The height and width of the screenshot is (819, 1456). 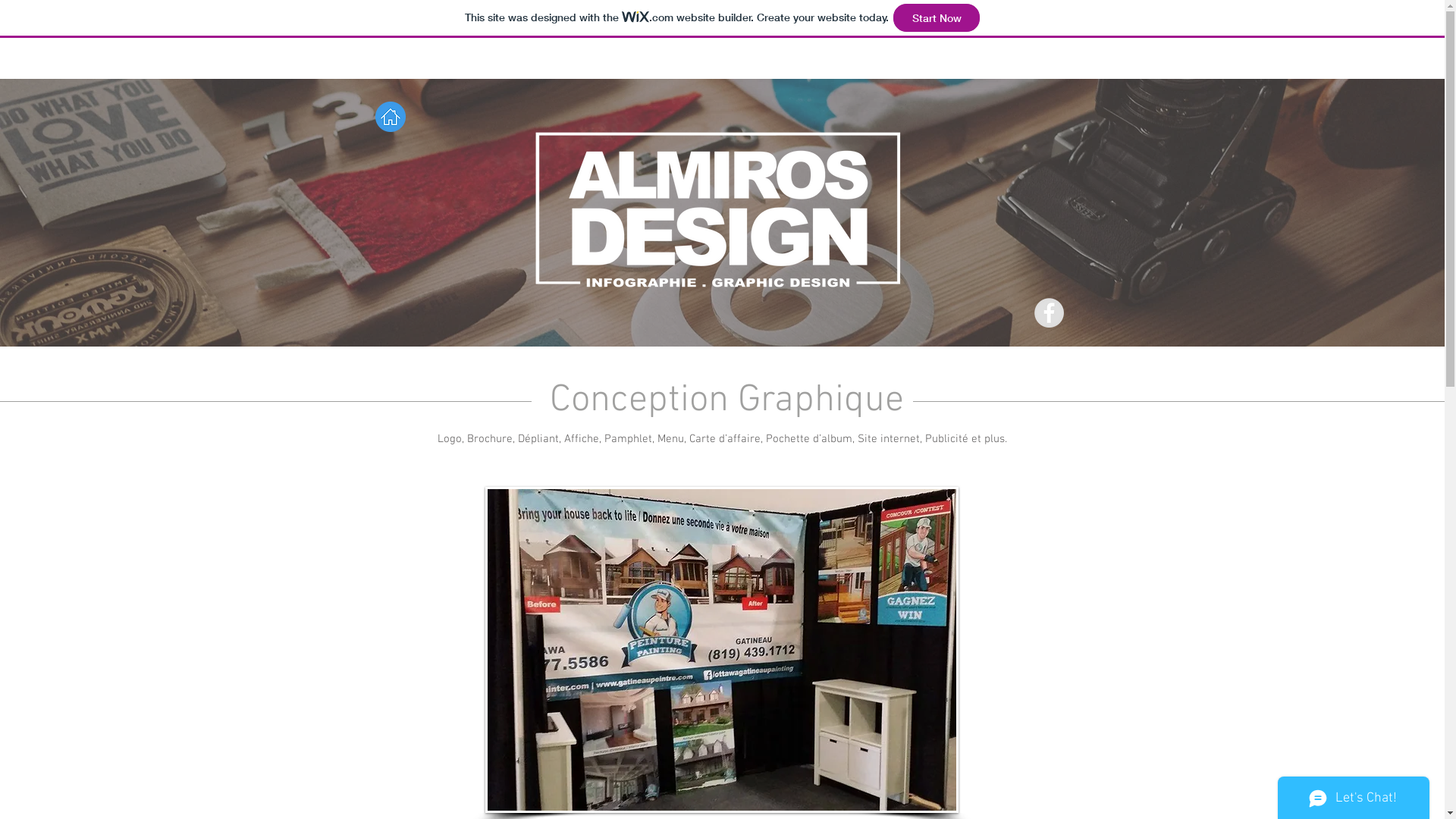 What do you see at coordinates (720, 400) in the screenshot?
I see `'  Conception Graphique '` at bounding box center [720, 400].